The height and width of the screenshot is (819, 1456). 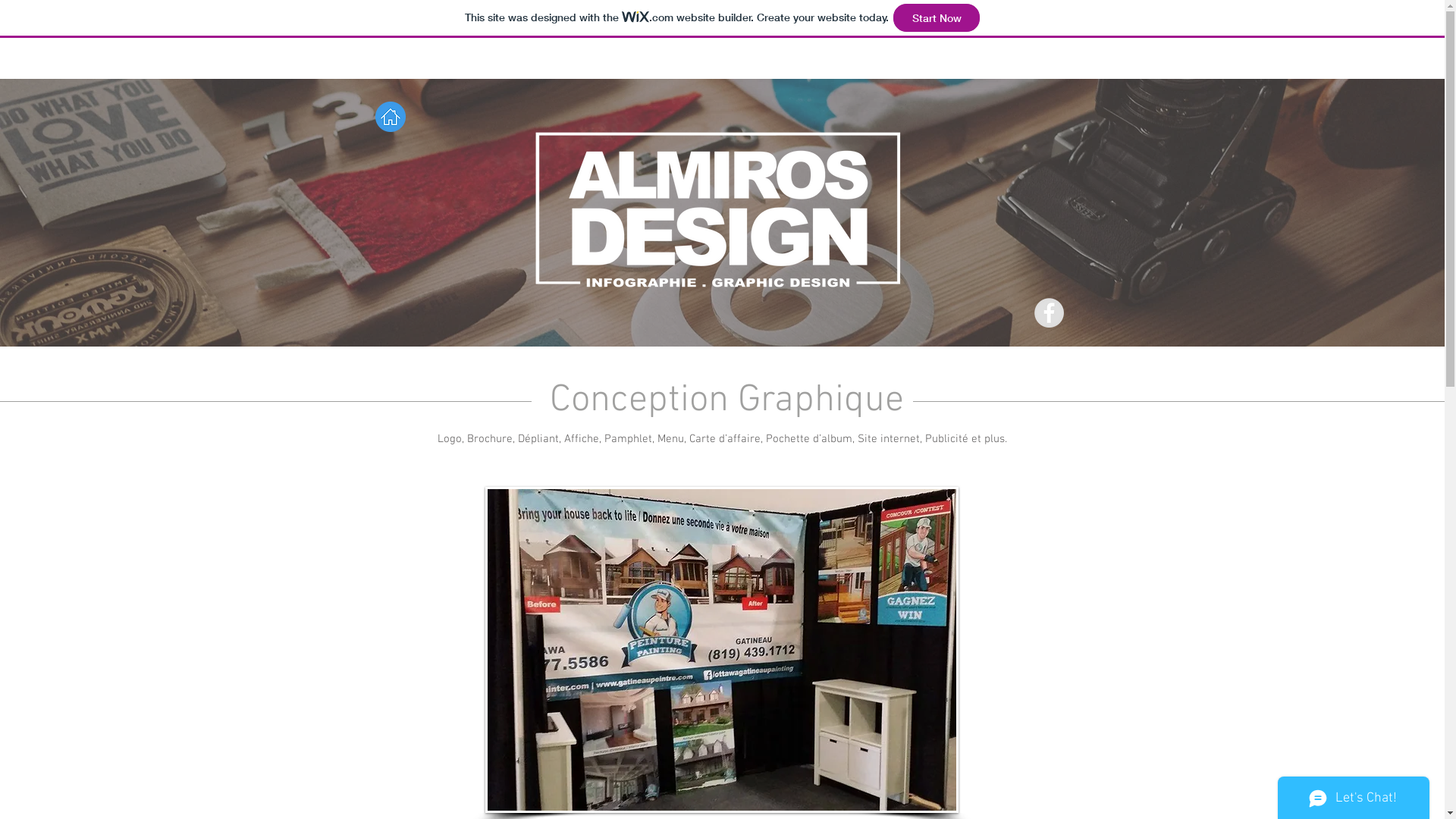 What do you see at coordinates (720, 400) in the screenshot?
I see `'  Conception Graphique '` at bounding box center [720, 400].